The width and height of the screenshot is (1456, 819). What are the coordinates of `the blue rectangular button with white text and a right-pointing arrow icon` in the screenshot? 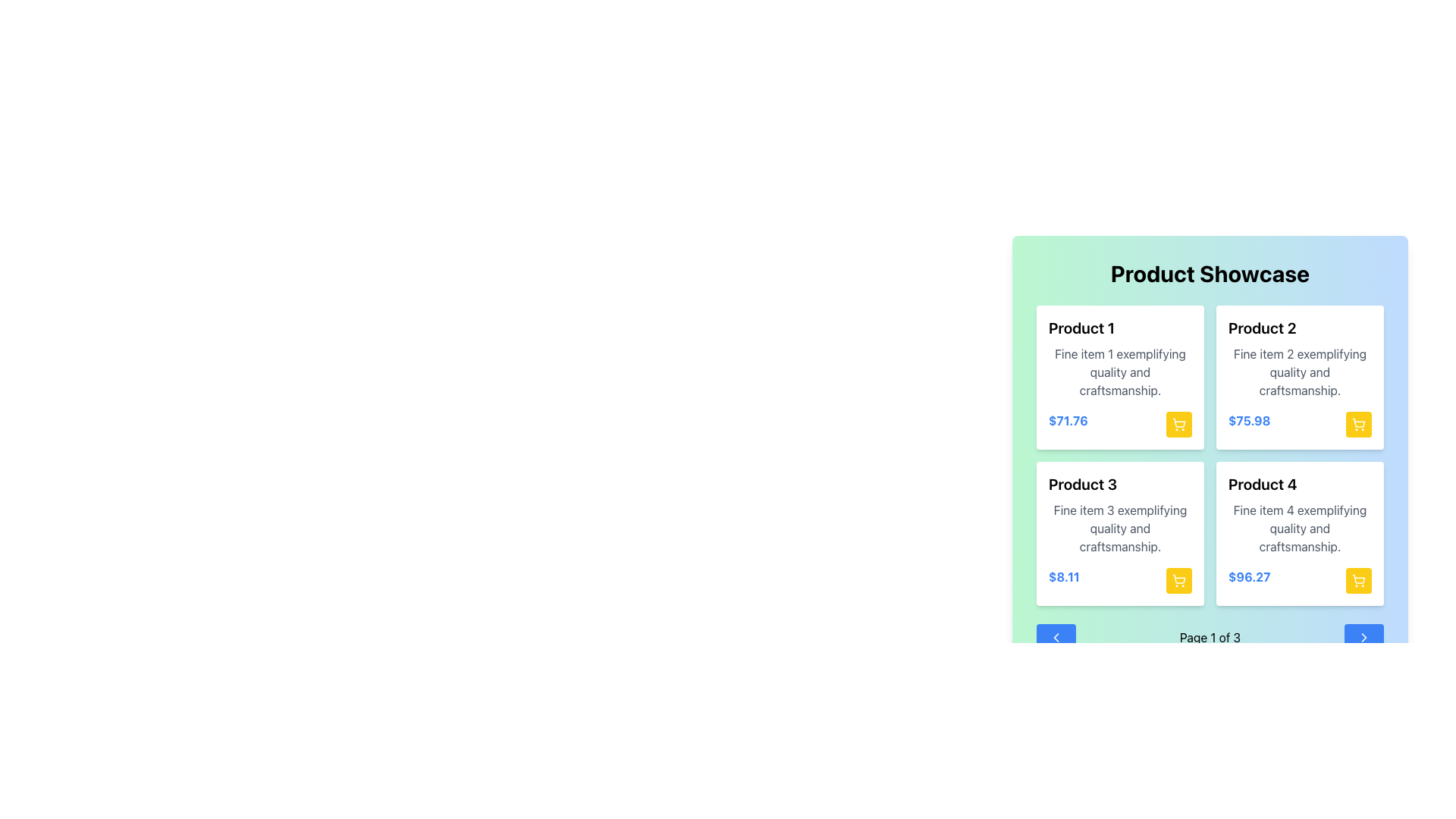 It's located at (1364, 637).